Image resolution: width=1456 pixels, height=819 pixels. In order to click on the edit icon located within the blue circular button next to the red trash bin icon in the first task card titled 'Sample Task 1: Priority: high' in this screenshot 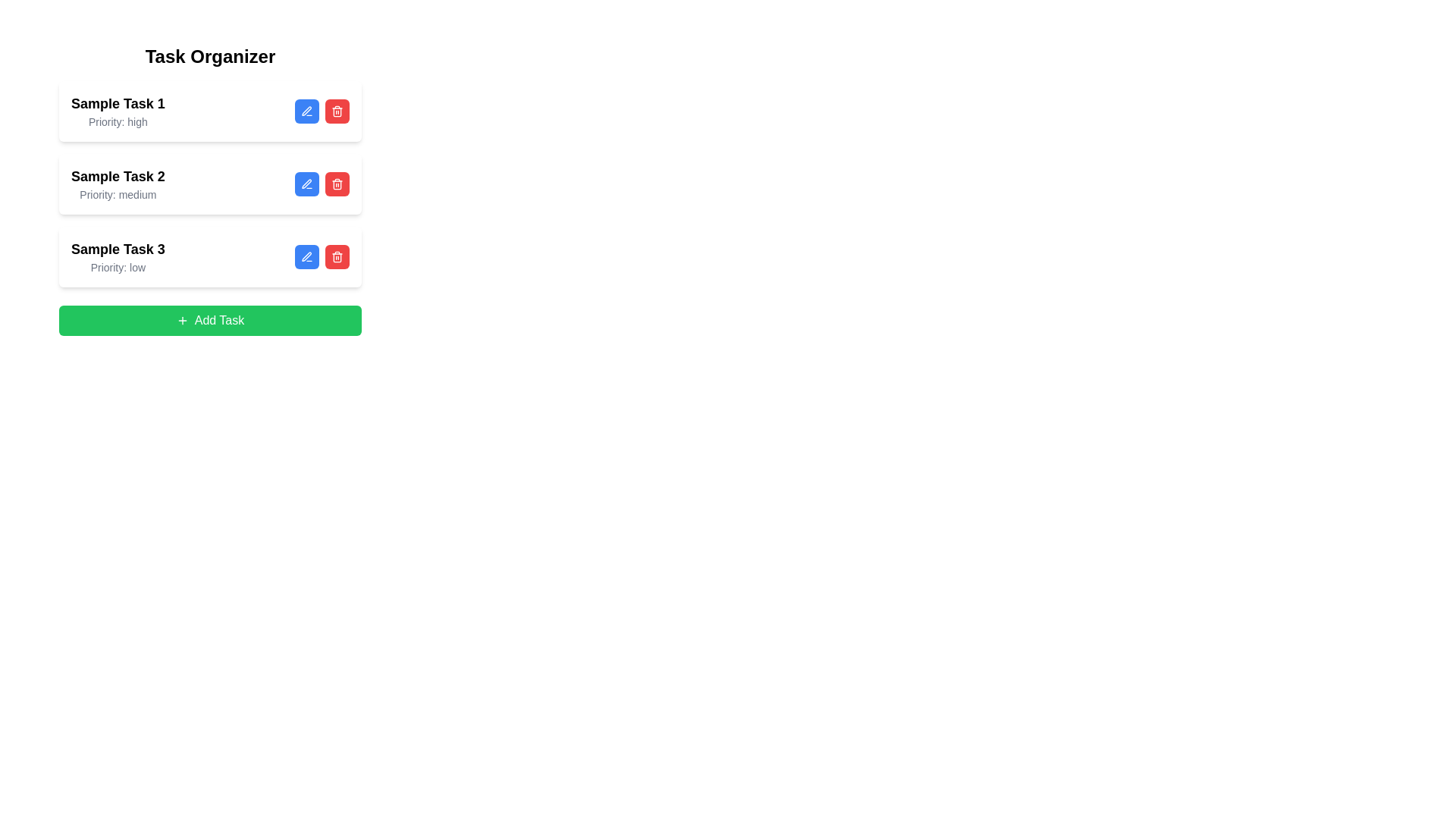, I will do `click(306, 110)`.